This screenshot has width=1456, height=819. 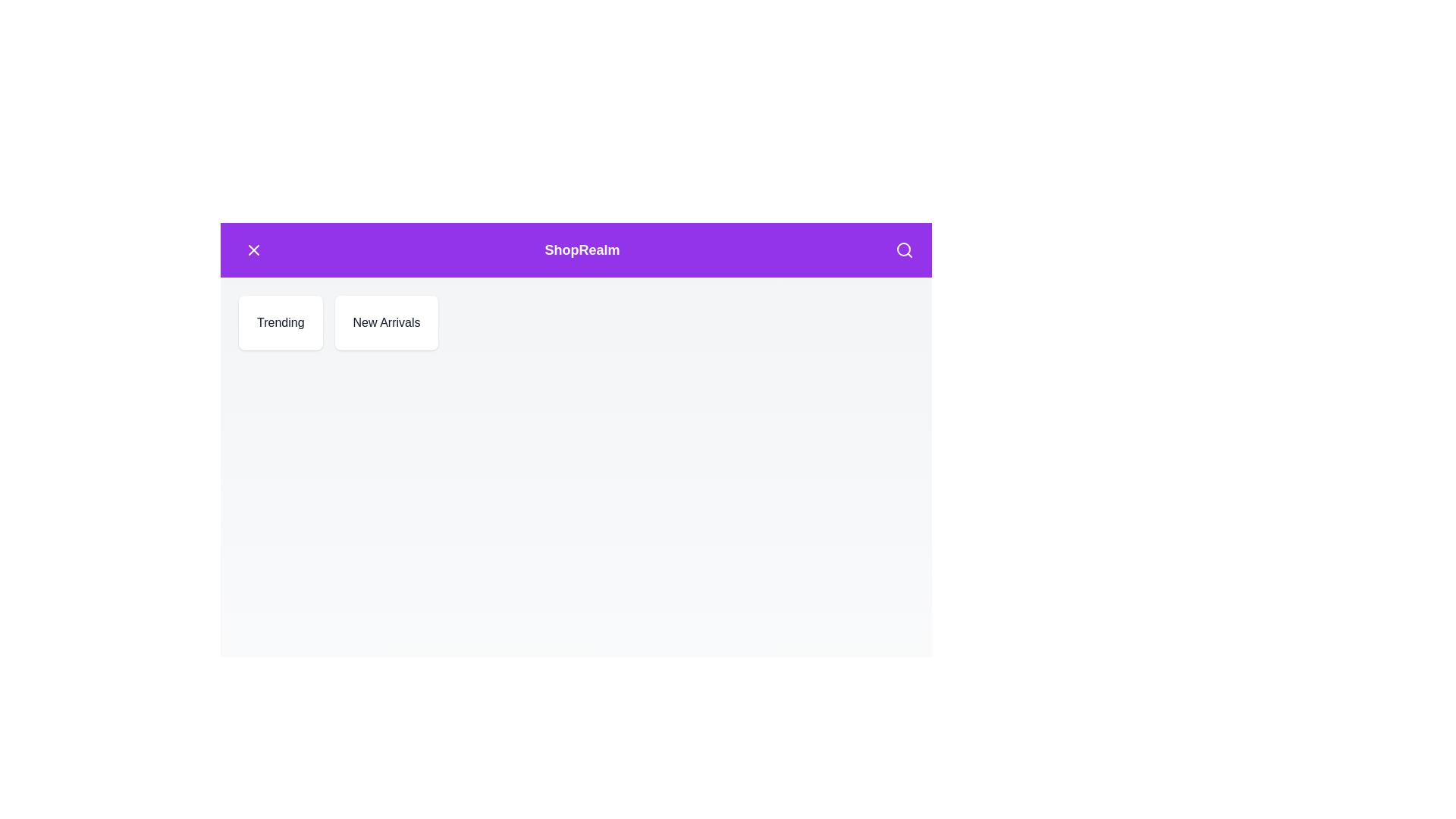 I want to click on the menu toggle button in the header to toggle the menu visibility, so click(x=254, y=249).